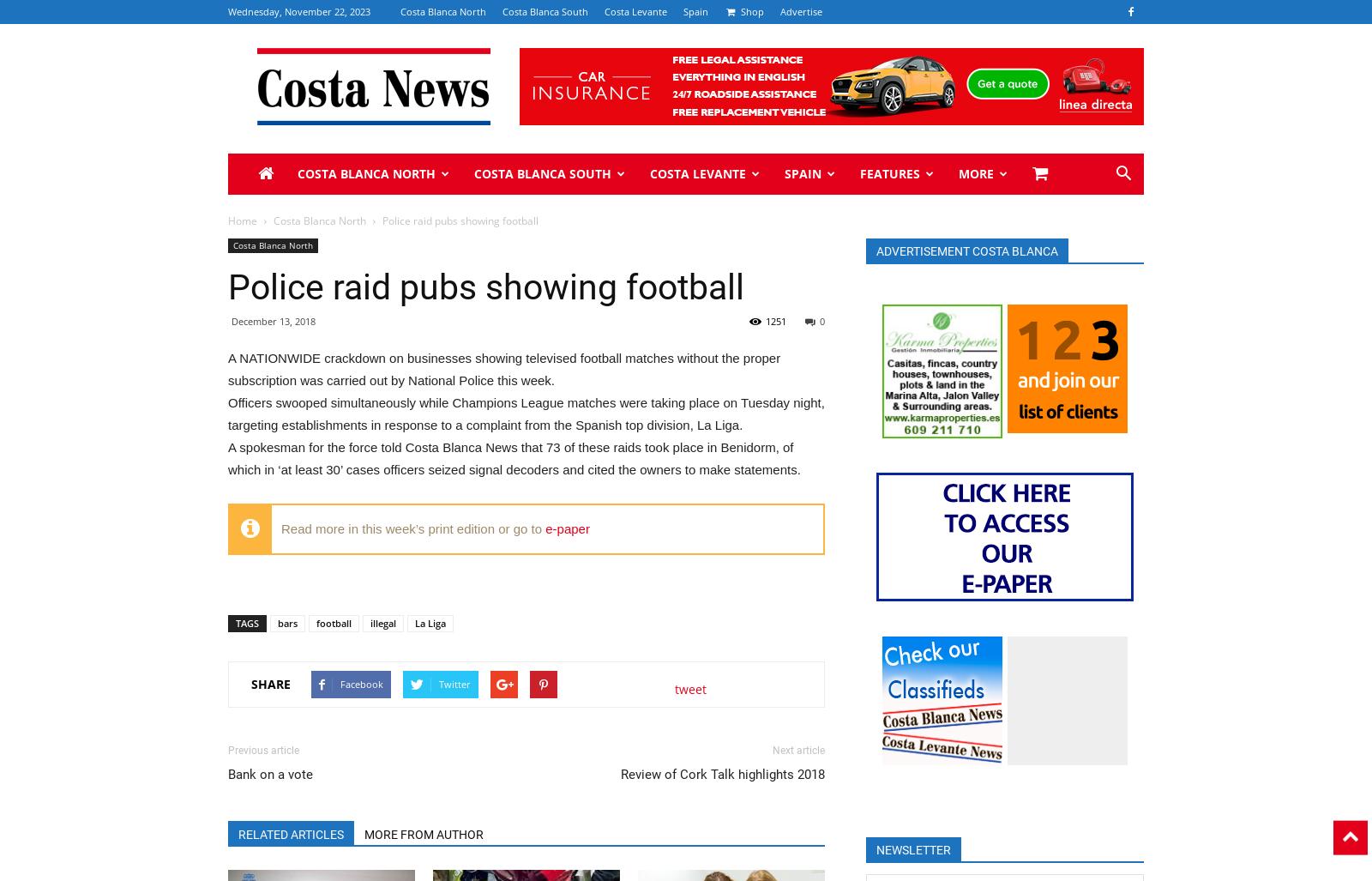  I want to click on '0', so click(821, 321).